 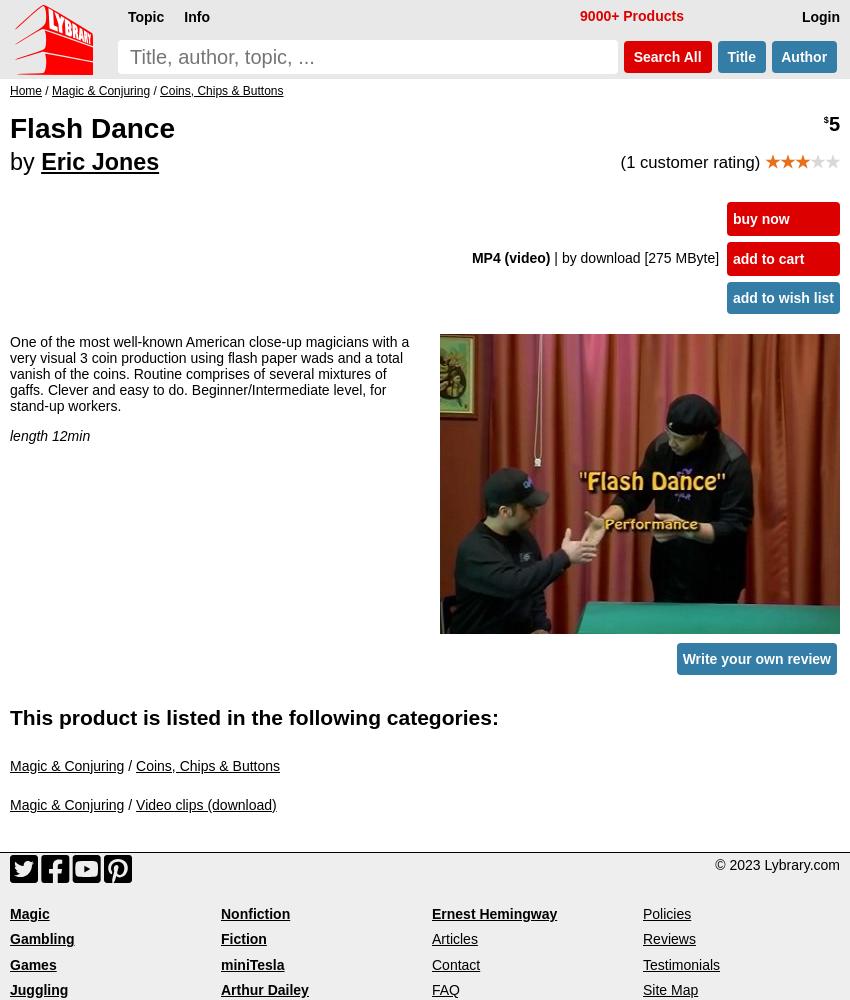 I want to click on '(1 customer rating)', so click(x=691, y=161).